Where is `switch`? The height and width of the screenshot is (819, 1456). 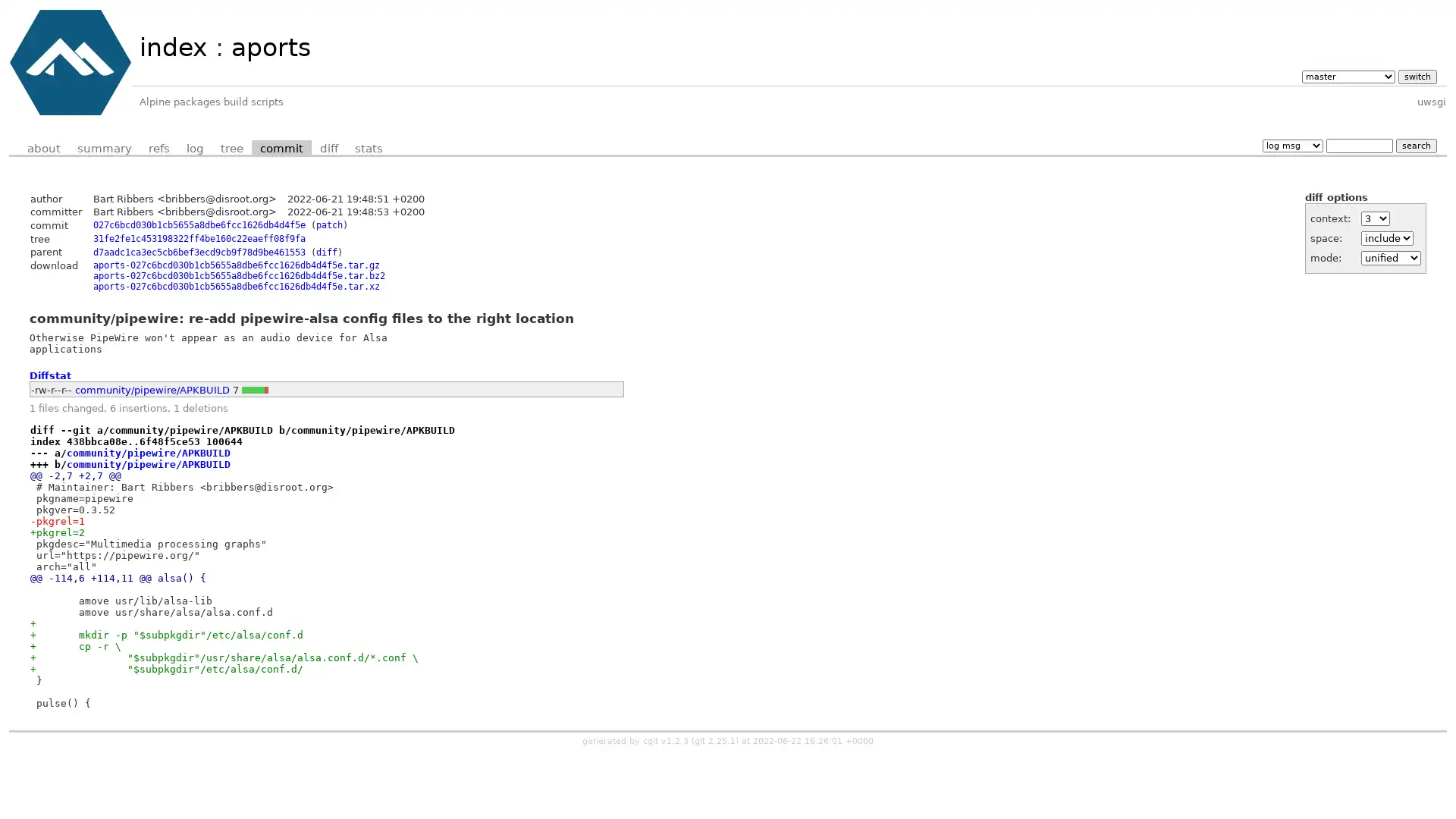
switch is located at coordinates (1416, 76).